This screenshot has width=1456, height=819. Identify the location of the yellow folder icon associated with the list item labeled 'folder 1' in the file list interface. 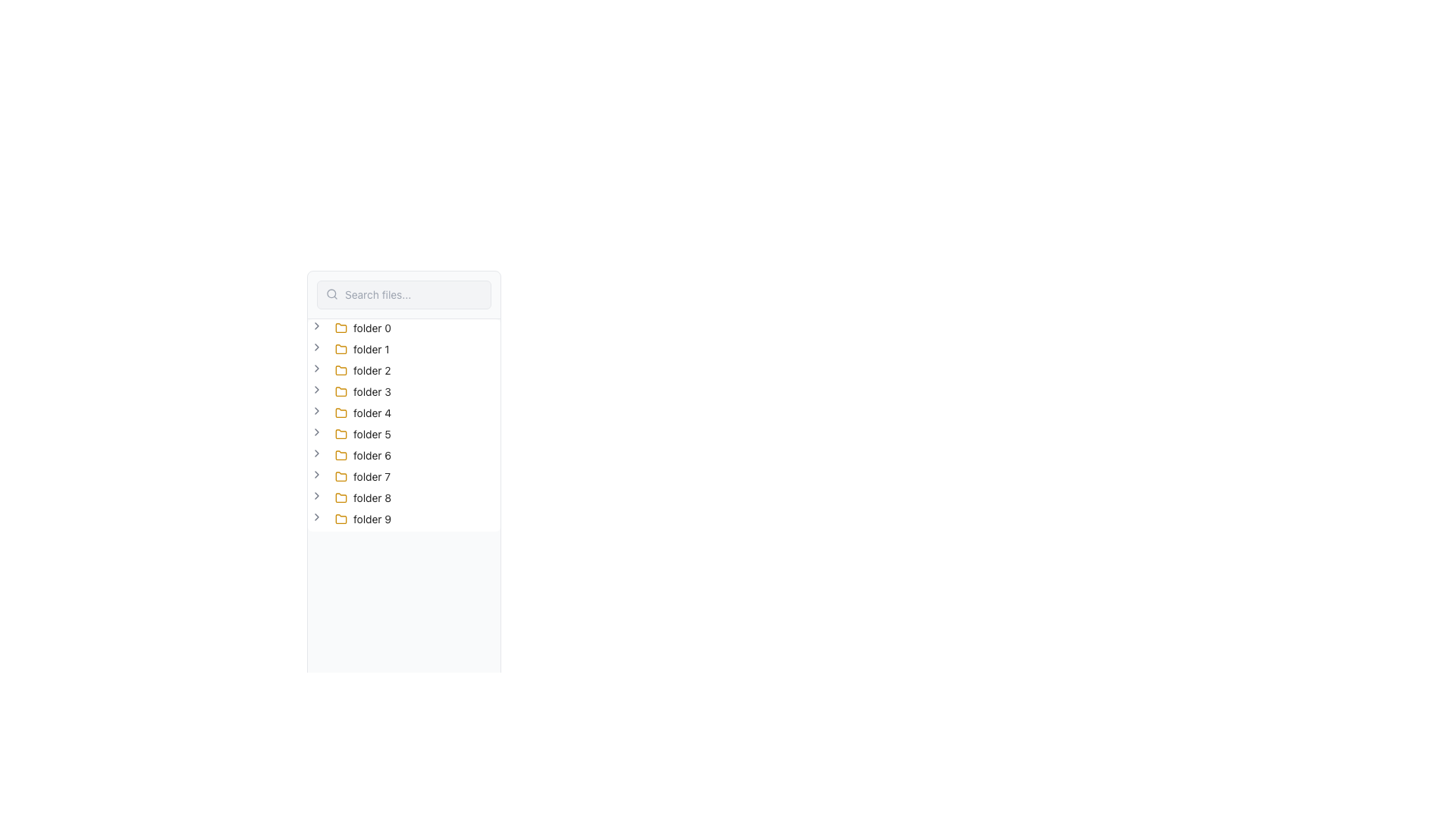
(340, 348).